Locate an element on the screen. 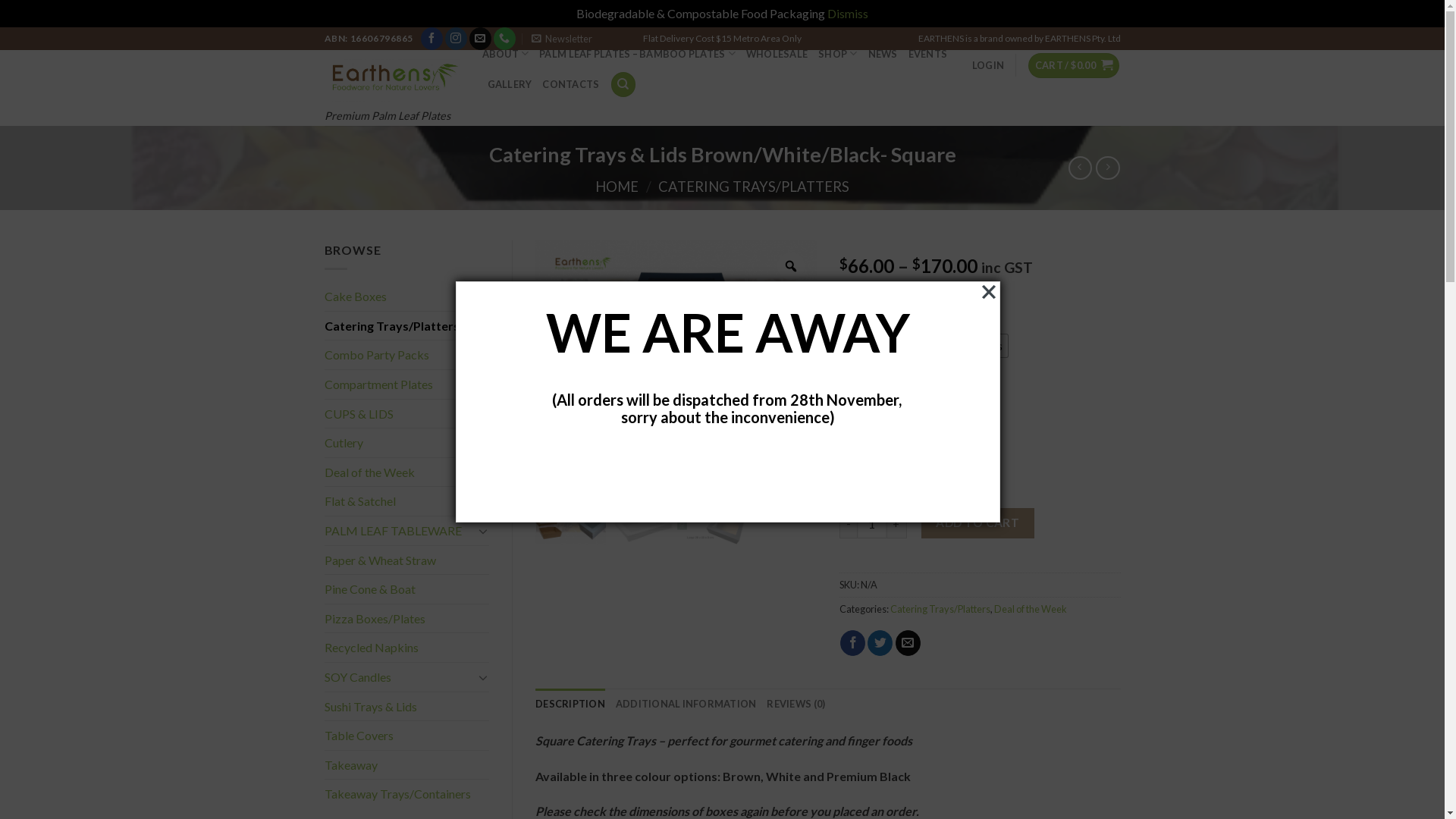 This screenshot has width=1456, height=819. 'ADD TO CART' is located at coordinates (977, 522).